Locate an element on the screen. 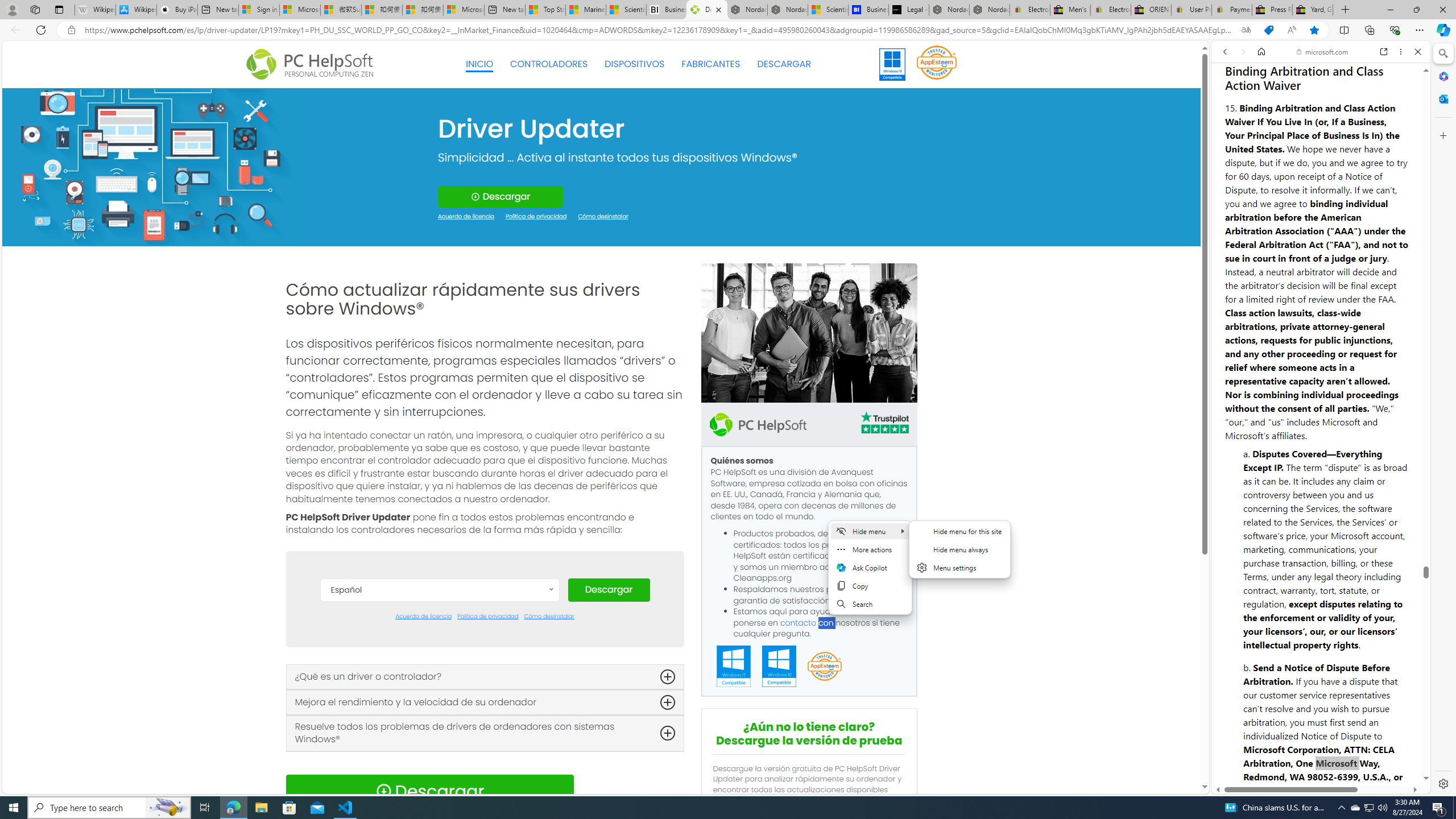  'DISPOSITIVOS' is located at coordinates (635, 64).